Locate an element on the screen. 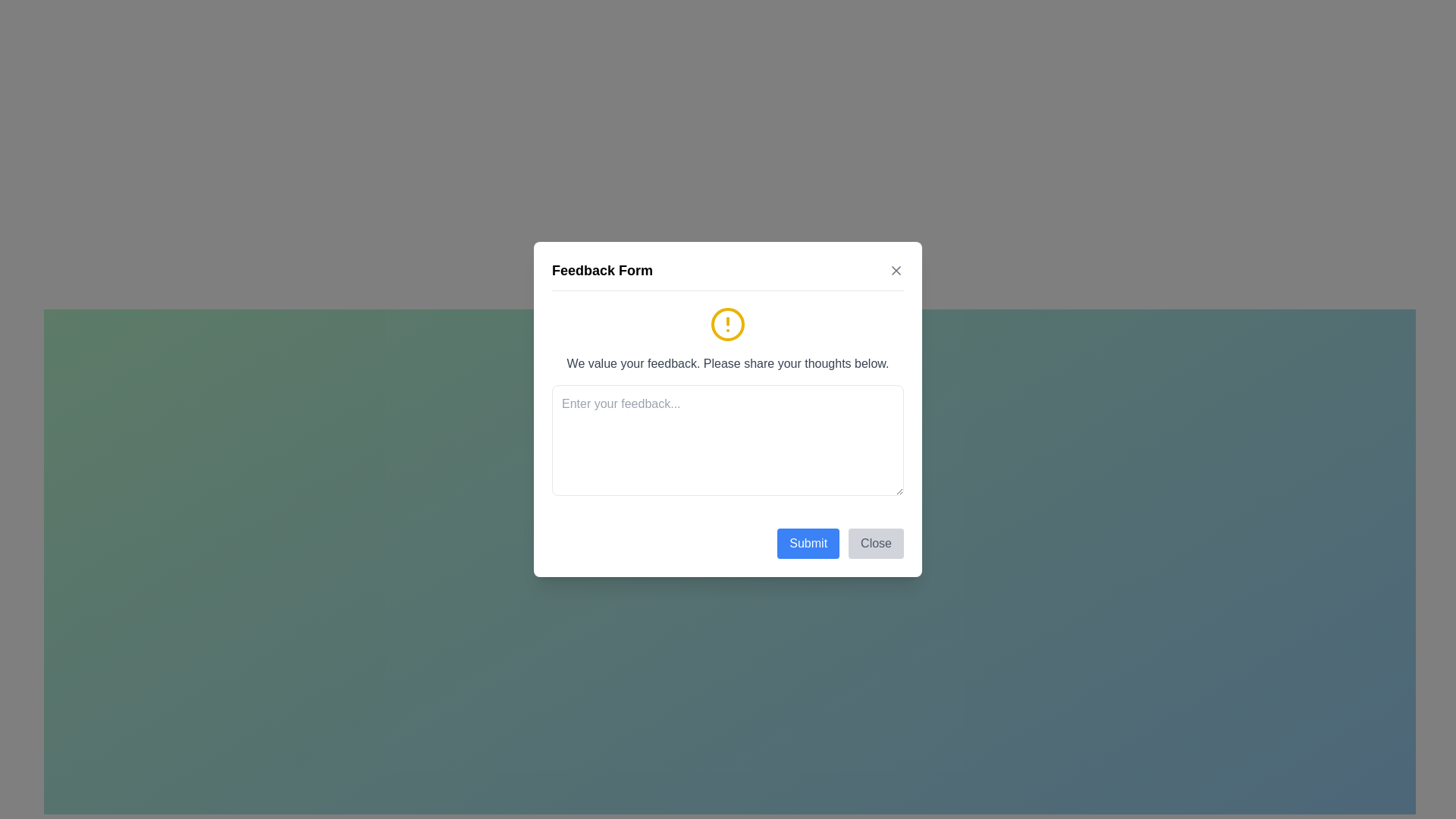 Image resolution: width=1456 pixels, height=819 pixels. the informational text located below the yellow circular alert icon in the modal dialog box, which provides context and instructions for the user regarding the feedback form is located at coordinates (728, 363).